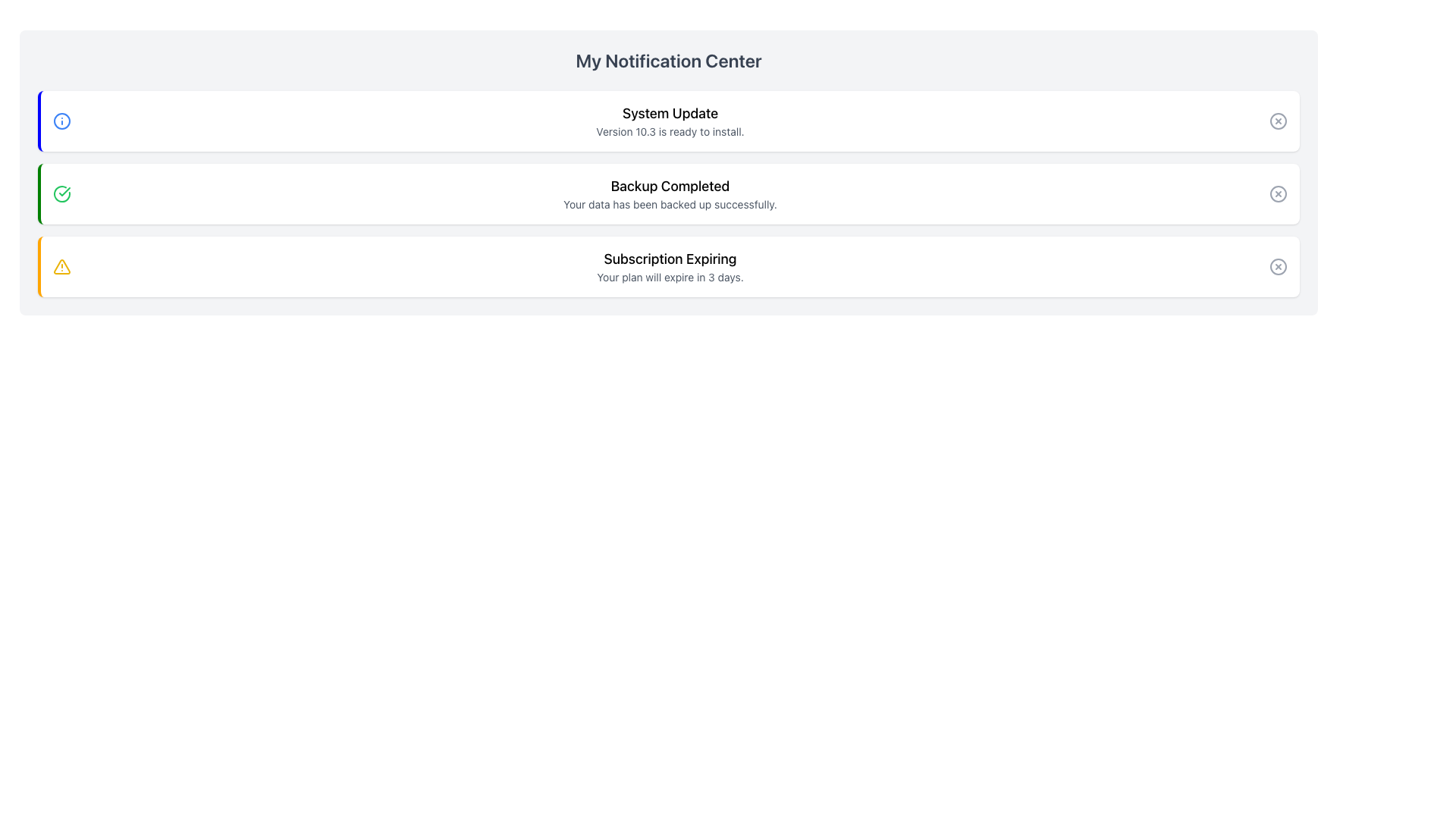 The width and height of the screenshot is (1456, 819). I want to click on the triangular warning icon filled with yellow that contains an exclamation point, located to the left of the 'Subscription Expiring' notification, so click(61, 265).